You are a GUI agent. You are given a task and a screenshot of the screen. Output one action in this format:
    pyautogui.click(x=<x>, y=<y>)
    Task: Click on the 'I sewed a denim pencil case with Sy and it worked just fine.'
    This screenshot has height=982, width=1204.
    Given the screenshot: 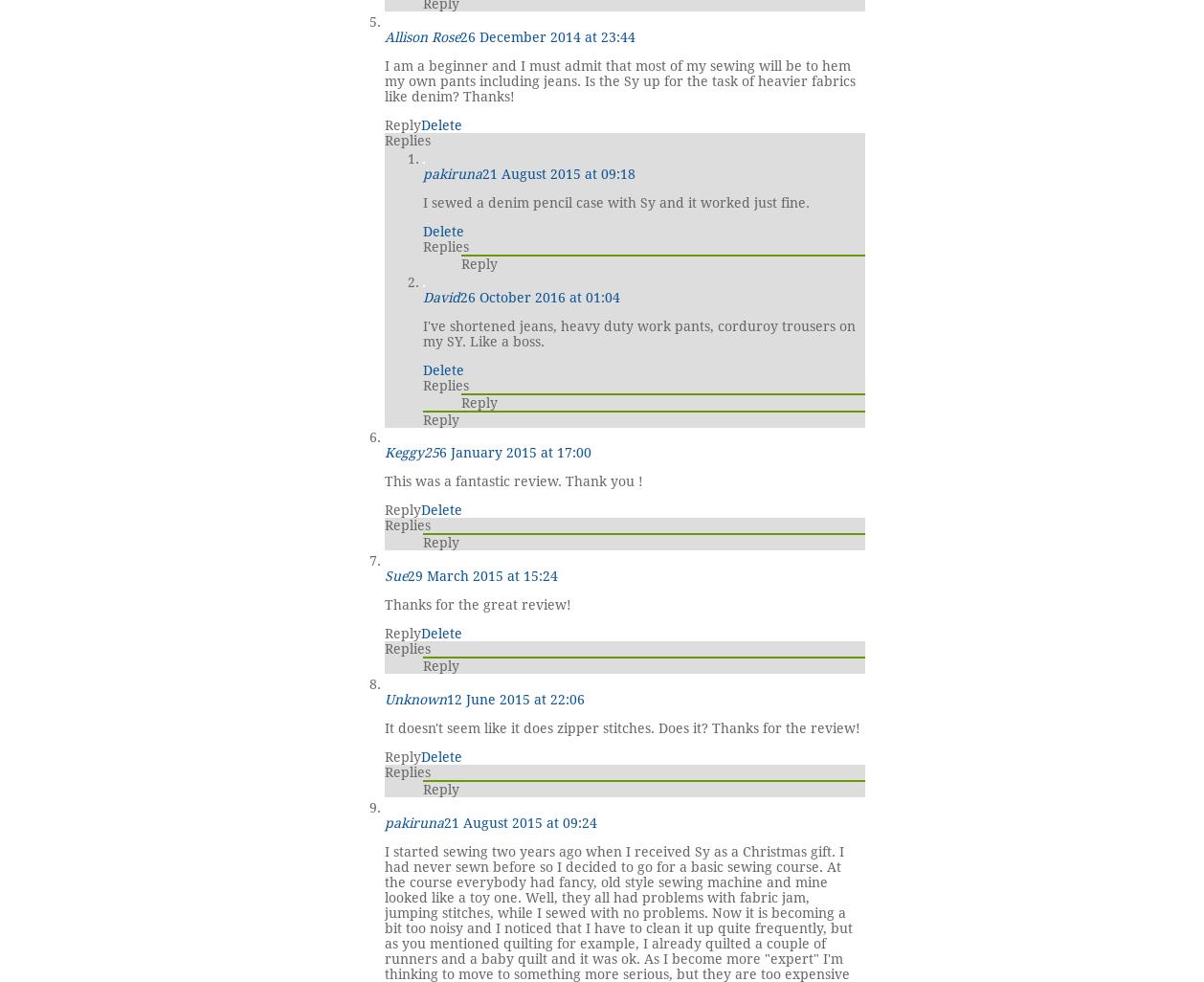 What is the action you would take?
    pyautogui.click(x=615, y=202)
    